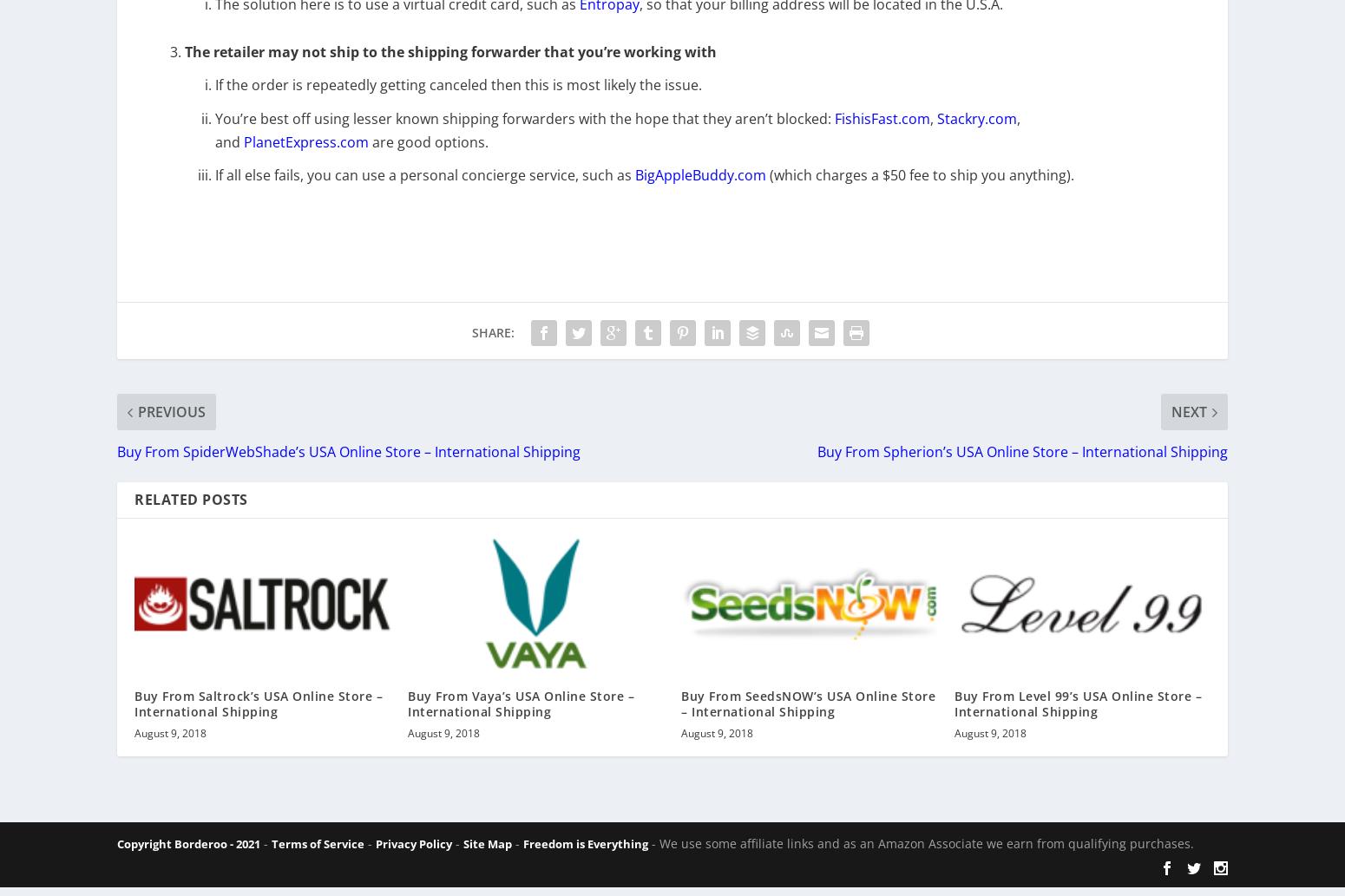  What do you see at coordinates (882, 129) in the screenshot?
I see `'FishisFast.com'` at bounding box center [882, 129].